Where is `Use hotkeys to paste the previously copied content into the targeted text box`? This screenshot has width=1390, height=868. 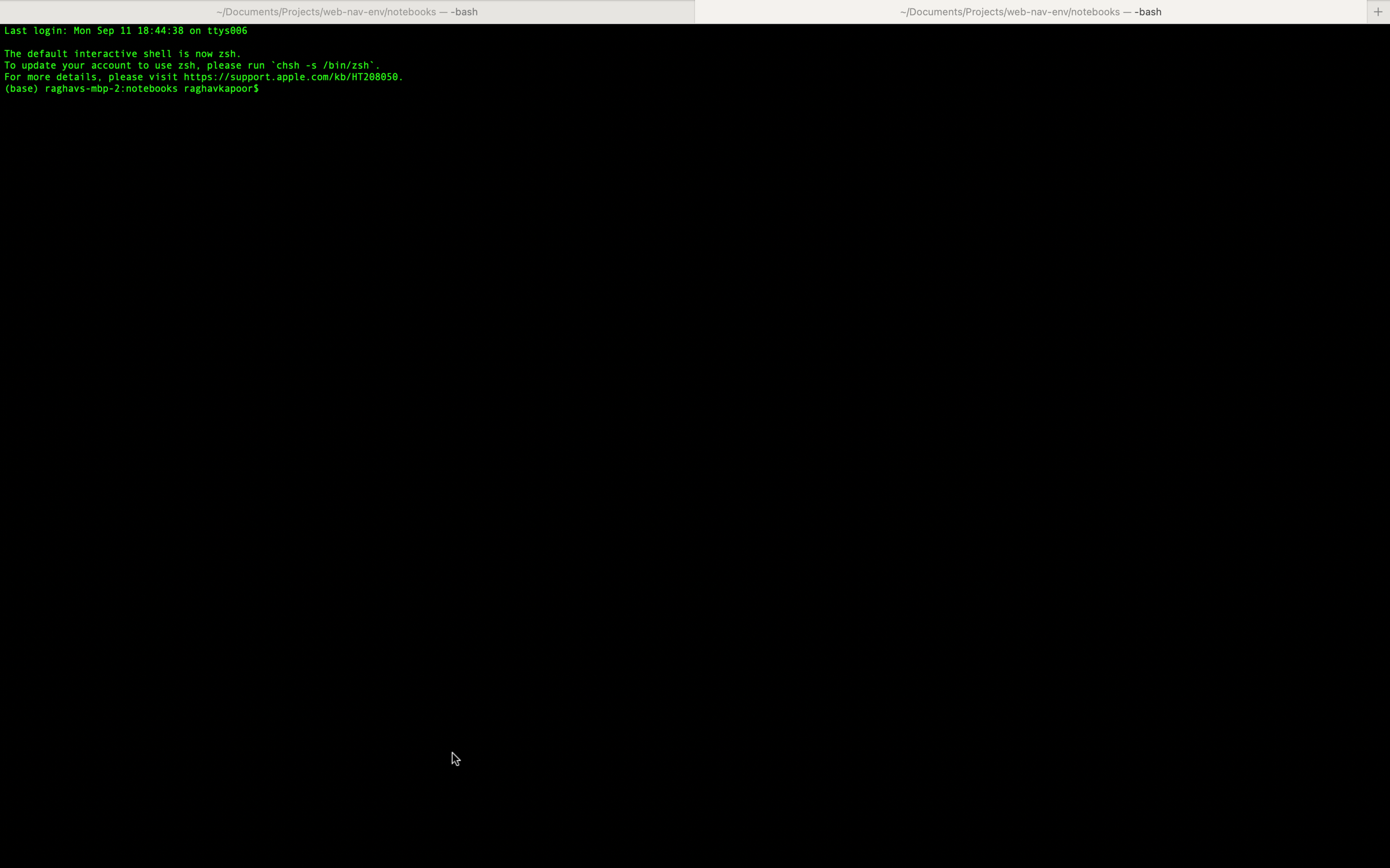
Use hotkeys to paste the previously copied content into the targeted text box is located at coordinates (825, 87).